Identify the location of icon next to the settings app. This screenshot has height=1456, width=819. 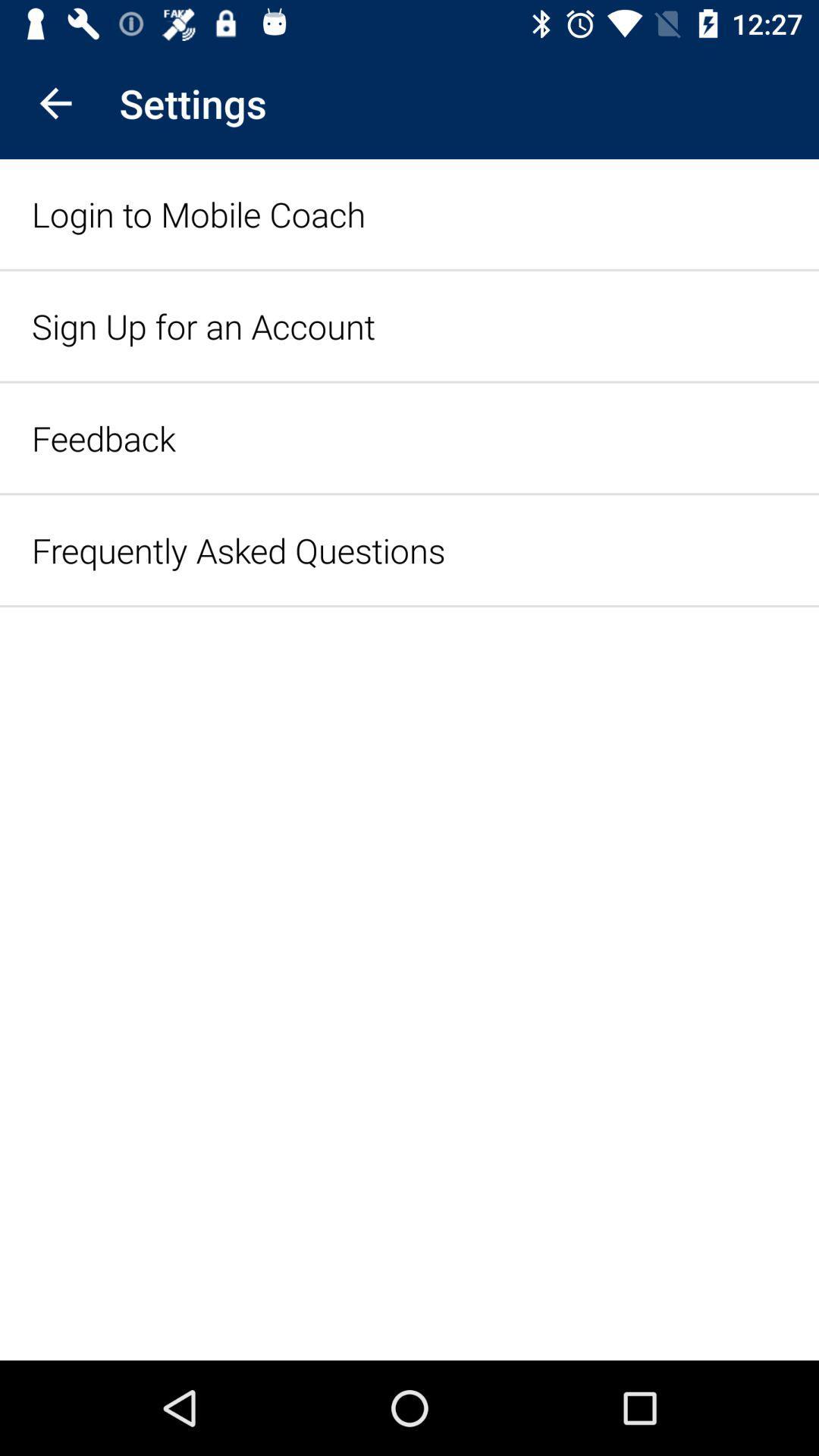
(55, 102).